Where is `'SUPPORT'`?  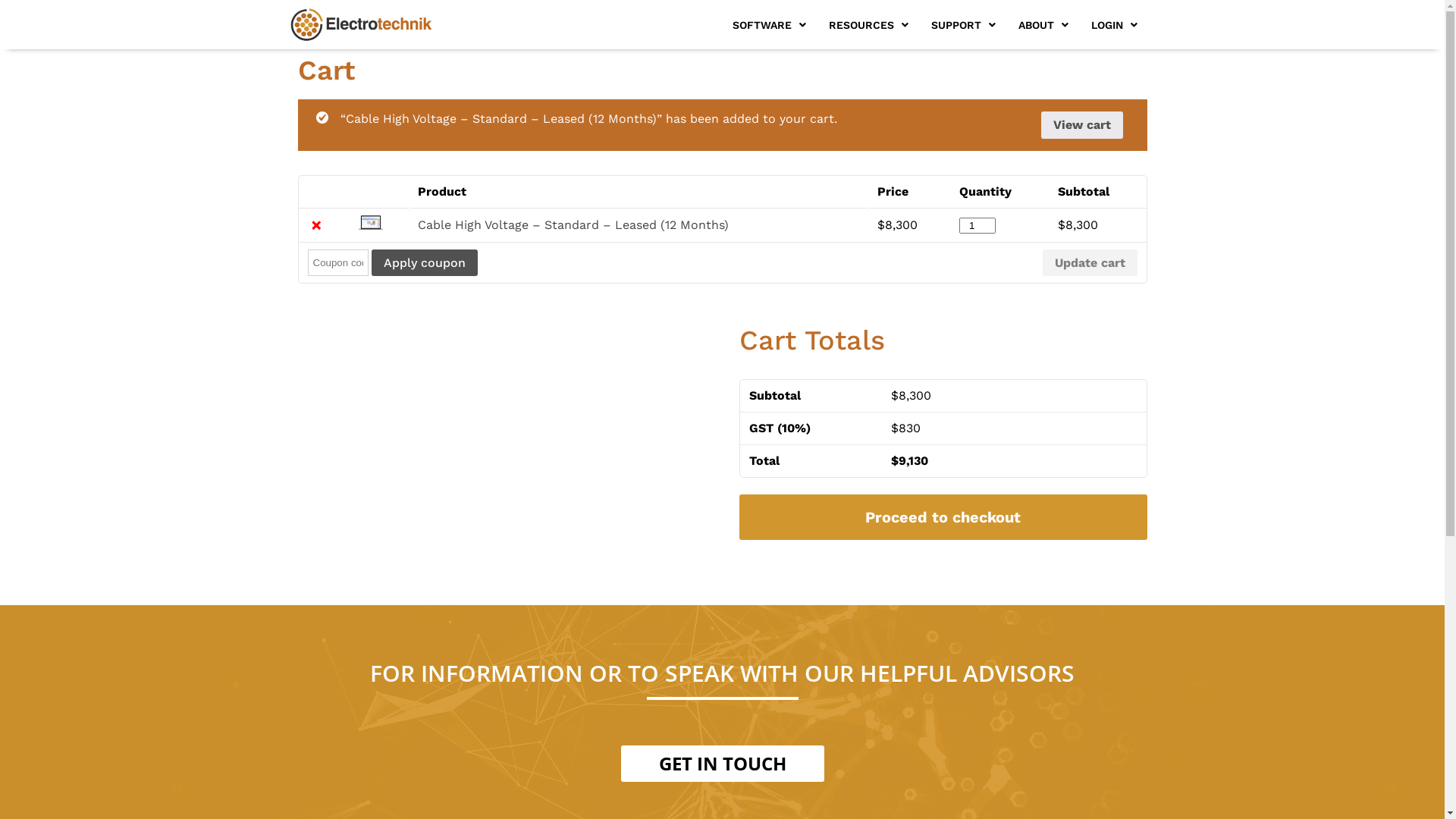
'SUPPORT' is located at coordinates (962, 24).